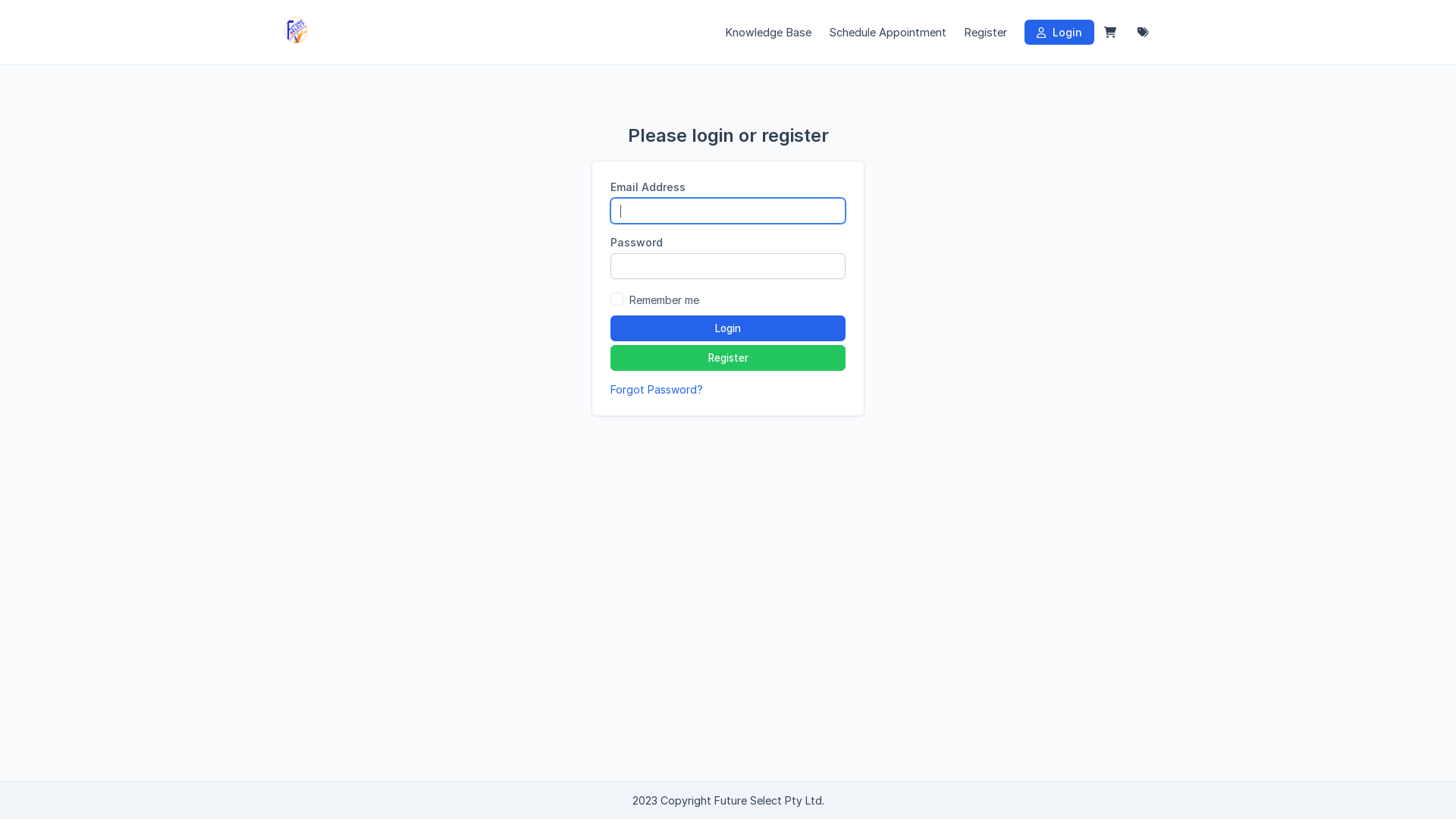 Image resolution: width=1456 pixels, height=819 pixels. I want to click on 'Login', so click(1058, 32).